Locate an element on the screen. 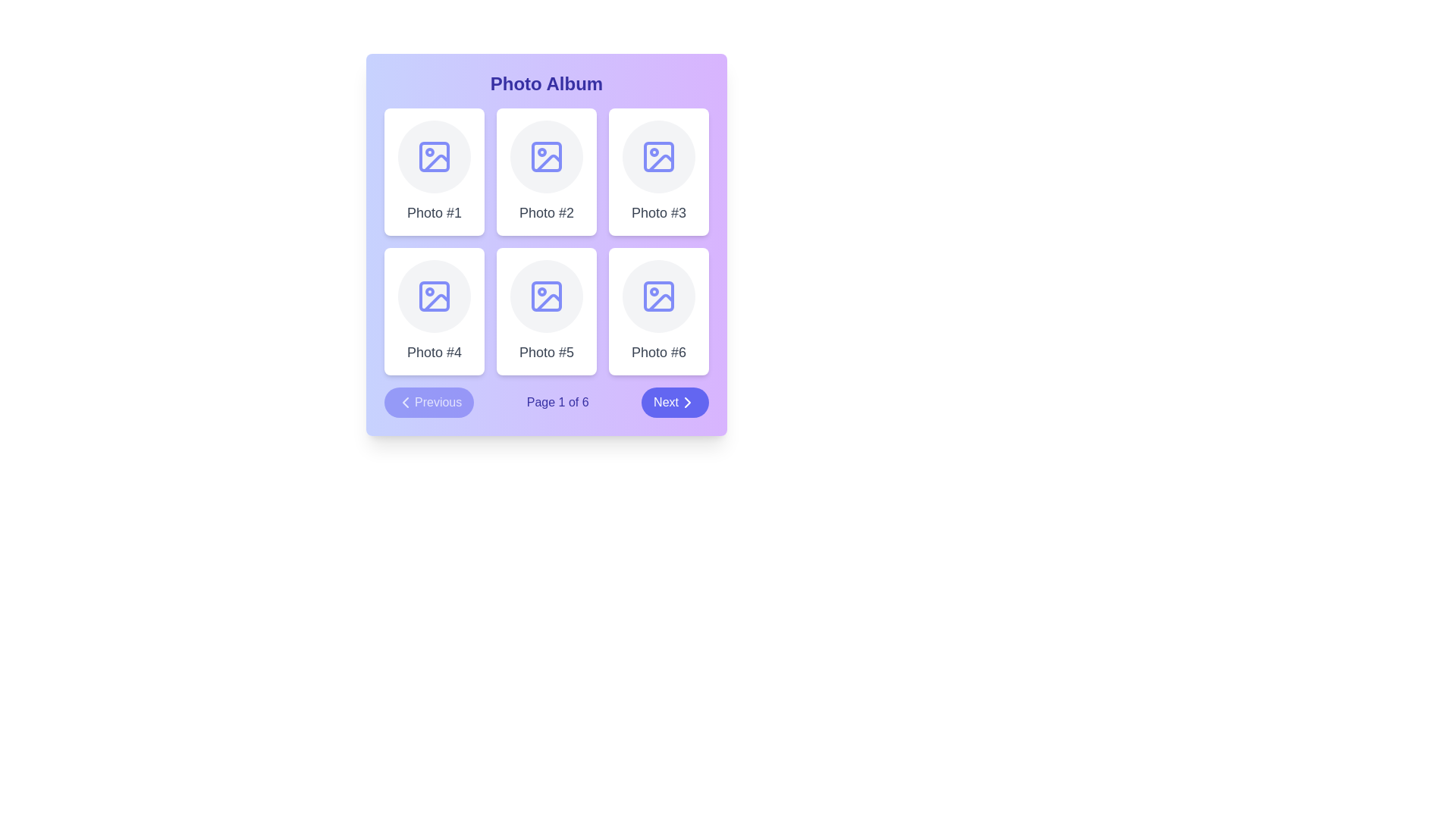 This screenshot has height=819, width=1456. the image icon in the third column of the first row of the 'Photo Album' interface, which is styled with a light purple color and a rounded rectangle frame is located at coordinates (658, 157).